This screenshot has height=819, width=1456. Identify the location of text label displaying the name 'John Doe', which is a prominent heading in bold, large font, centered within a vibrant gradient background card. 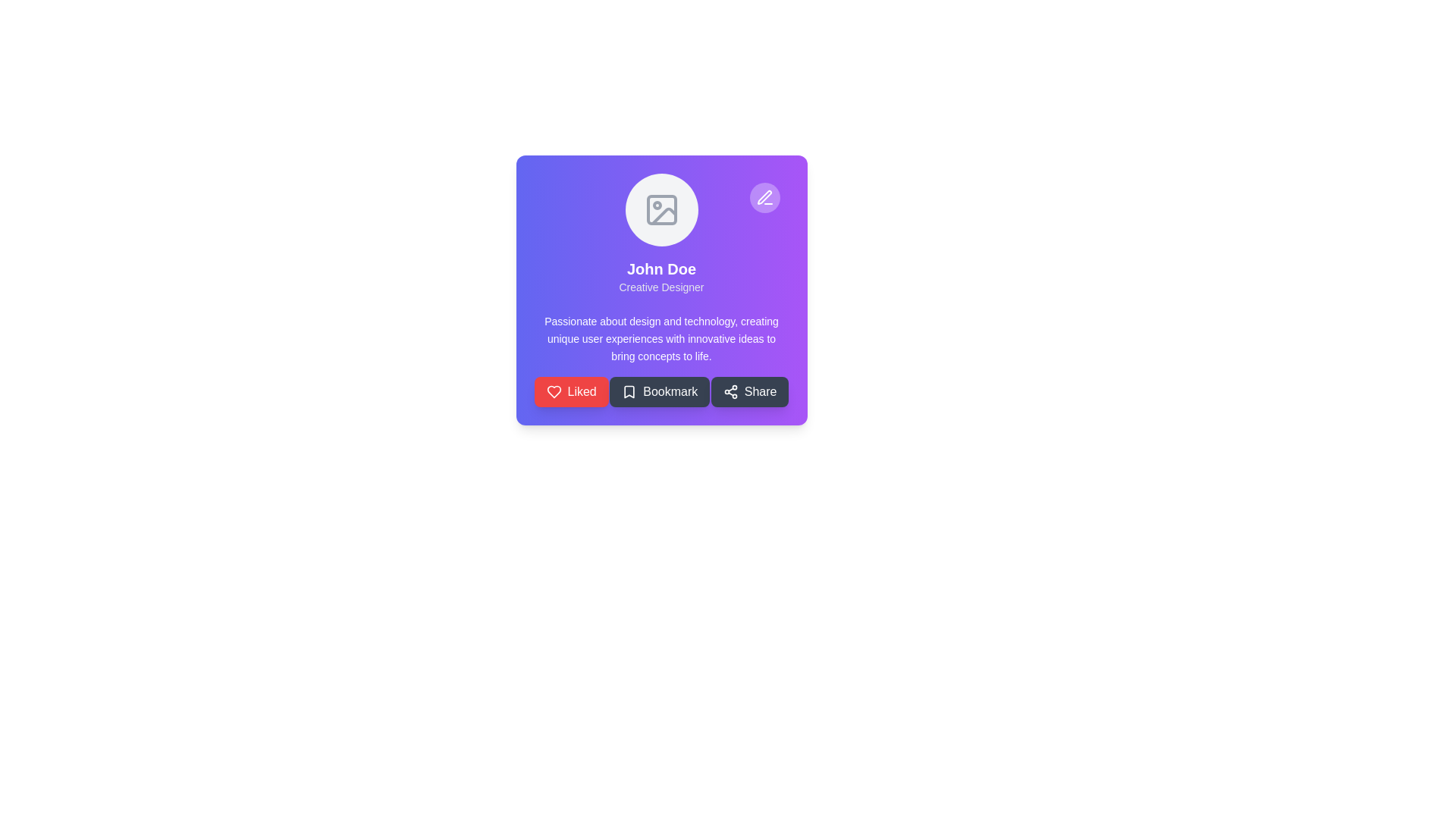
(661, 268).